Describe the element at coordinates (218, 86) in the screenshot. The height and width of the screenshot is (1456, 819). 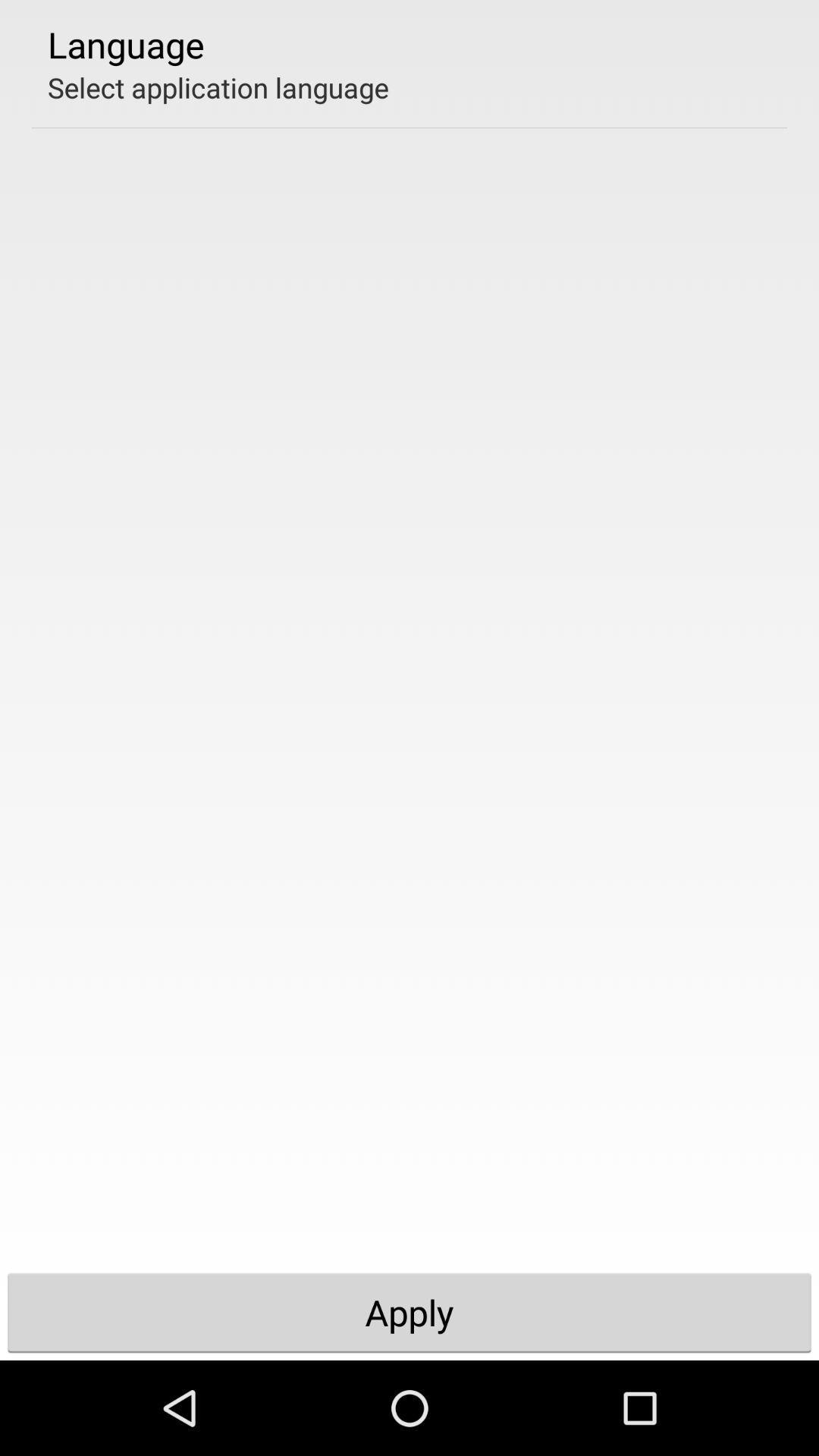
I see `the icon below language` at that location.